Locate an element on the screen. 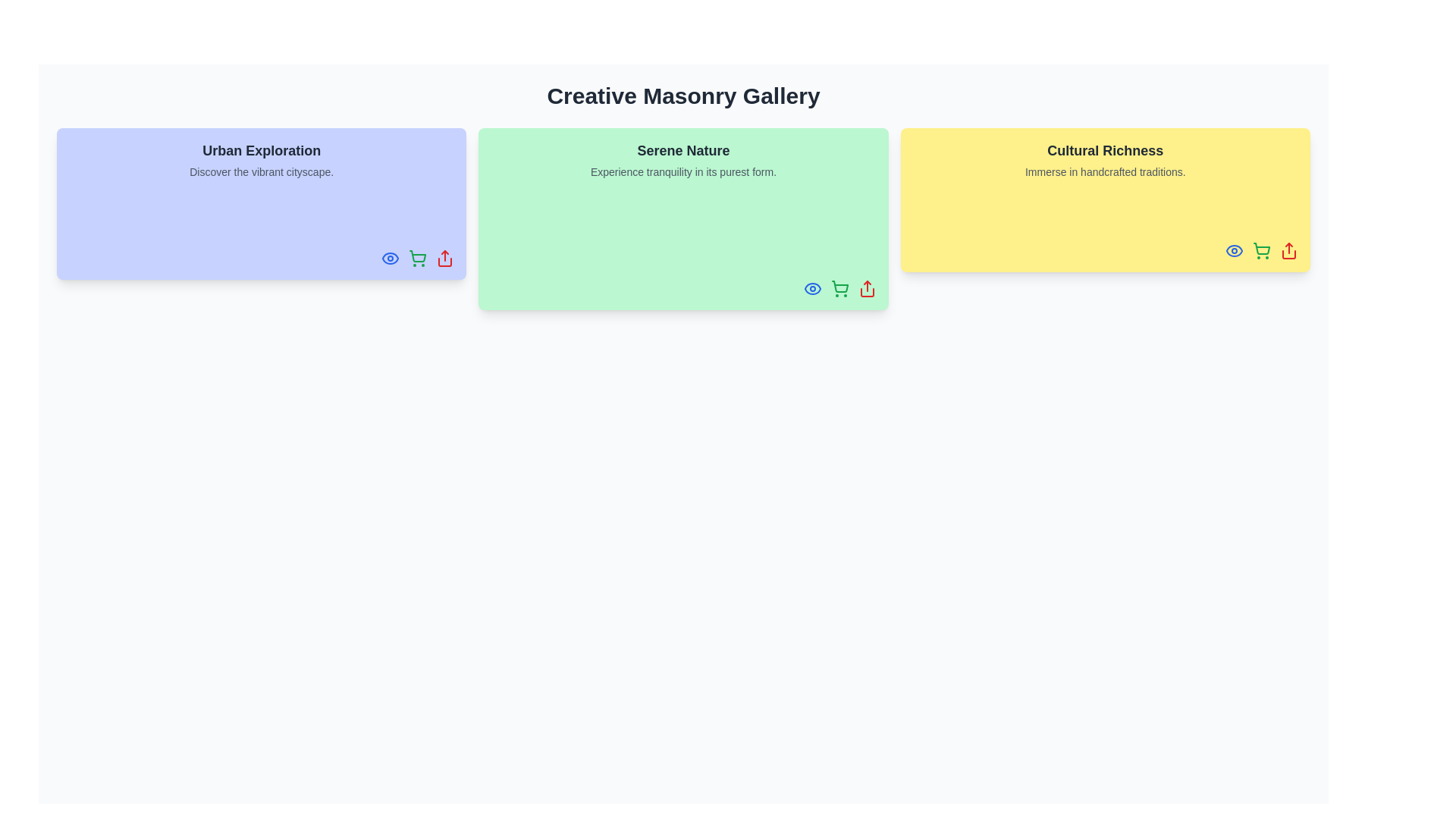  the middle icon of the three-icon group located at the bottom-right corner of the yellow rectangular card titled 'Cultural Richness' is located at coordinates (1262, 250).